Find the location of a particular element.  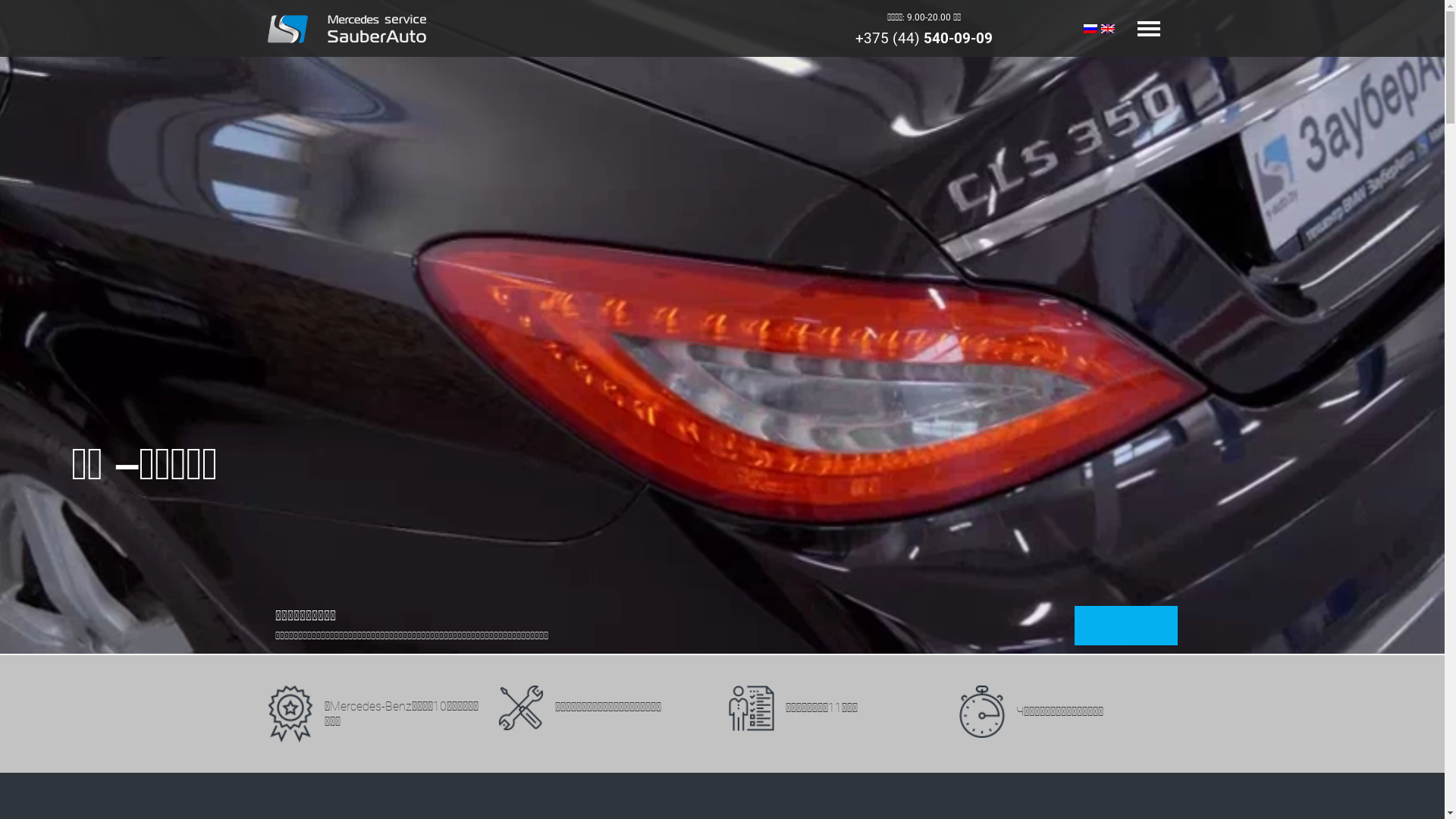

'+375 (44) 540-09-09' is located at coordinates (923, 37).